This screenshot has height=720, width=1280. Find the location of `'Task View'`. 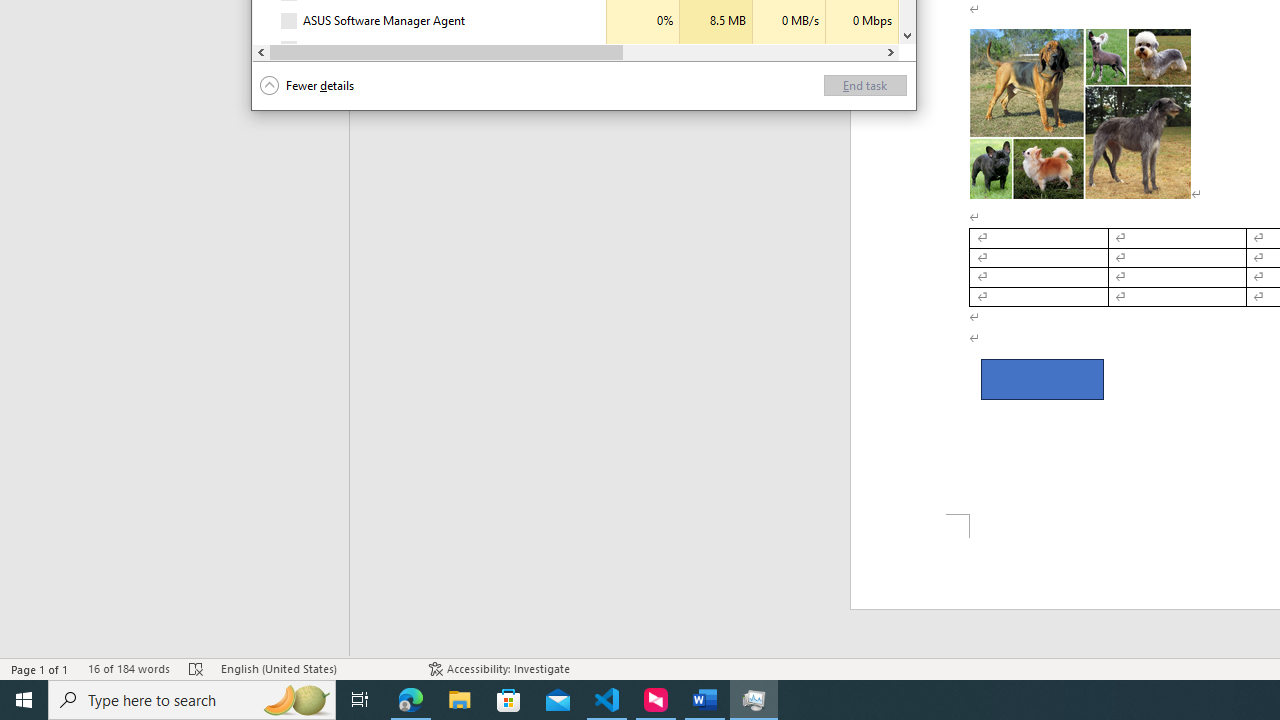

'Task View' is located at coordinates (359, 698).